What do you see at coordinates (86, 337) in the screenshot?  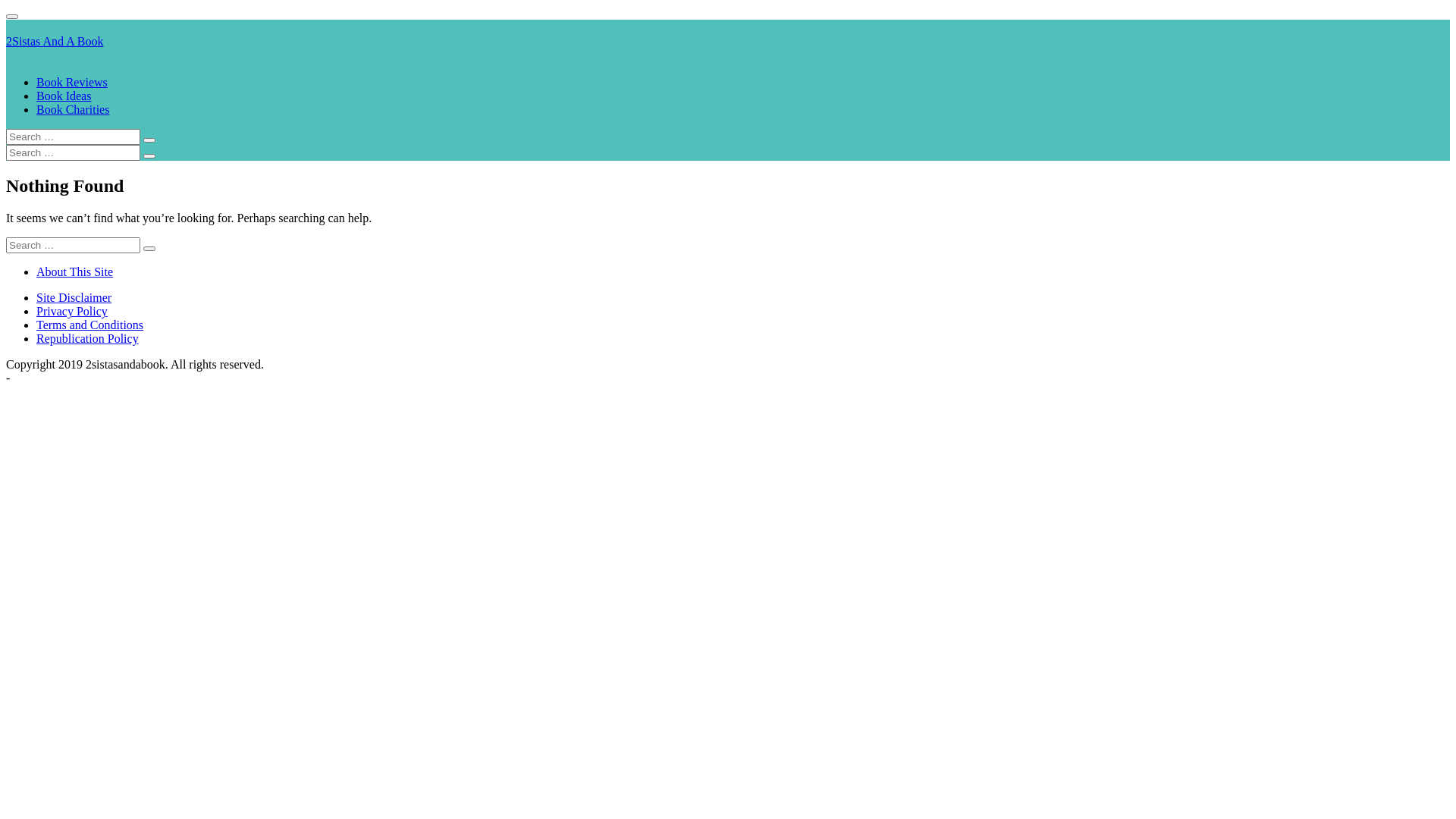 I see `'Republication Policy'` at bounding box center [86, 337].